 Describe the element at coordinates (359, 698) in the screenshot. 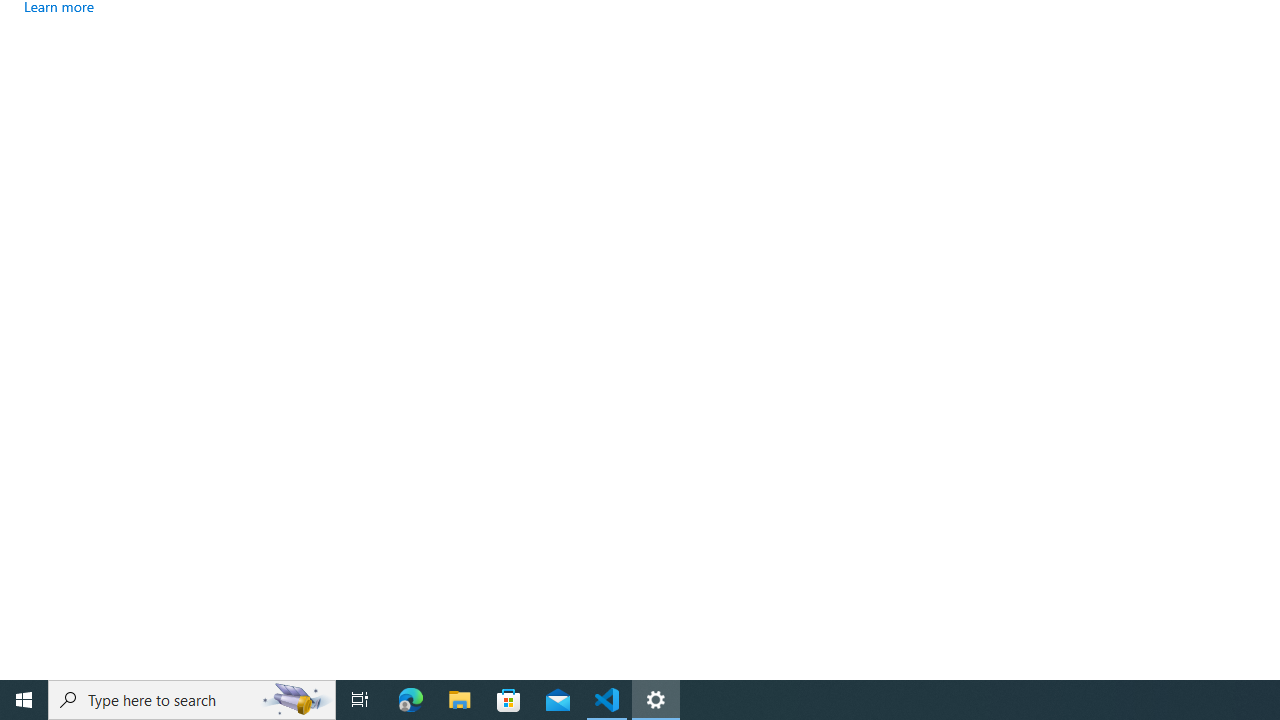

I see `'Task View'` at that location.